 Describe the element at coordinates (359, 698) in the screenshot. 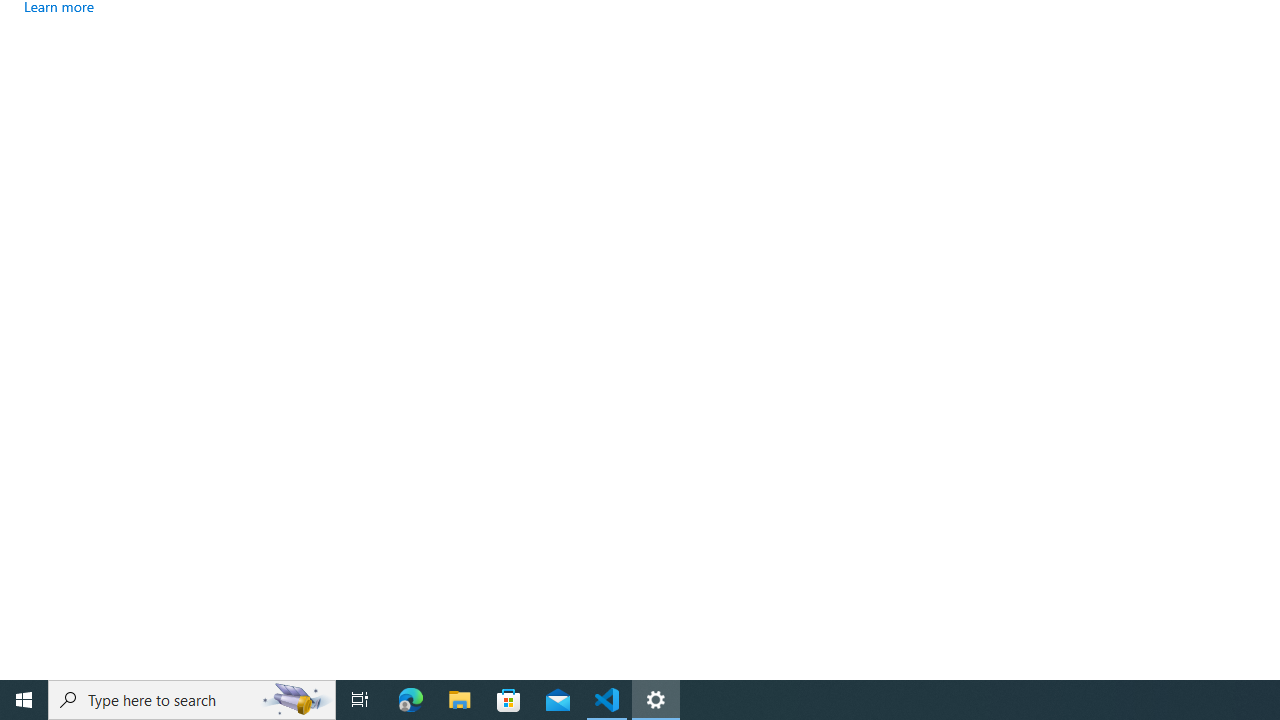

I see `'Task View'` at that location.